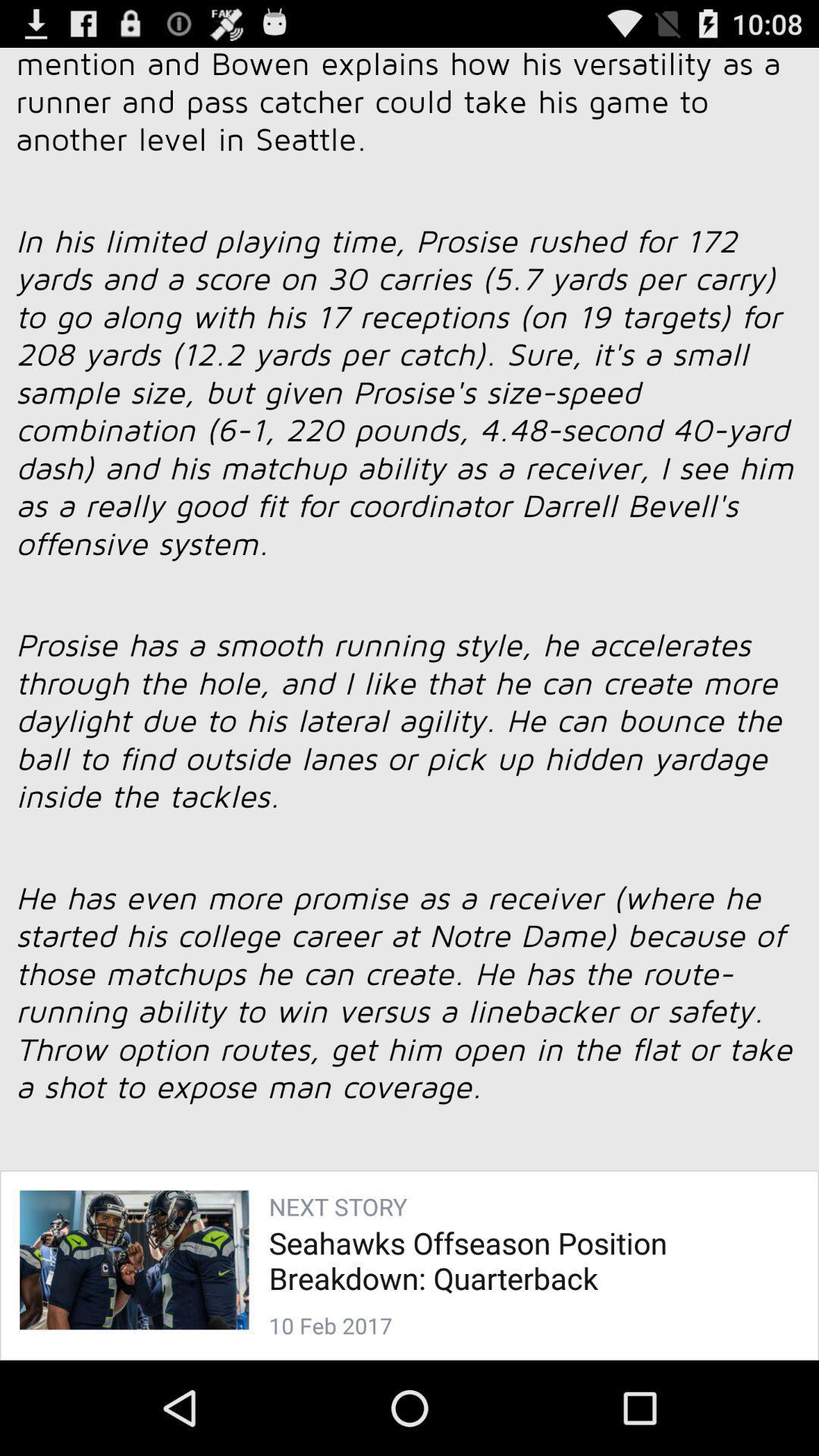  I want to click on for advertisement, so click(409, 683).